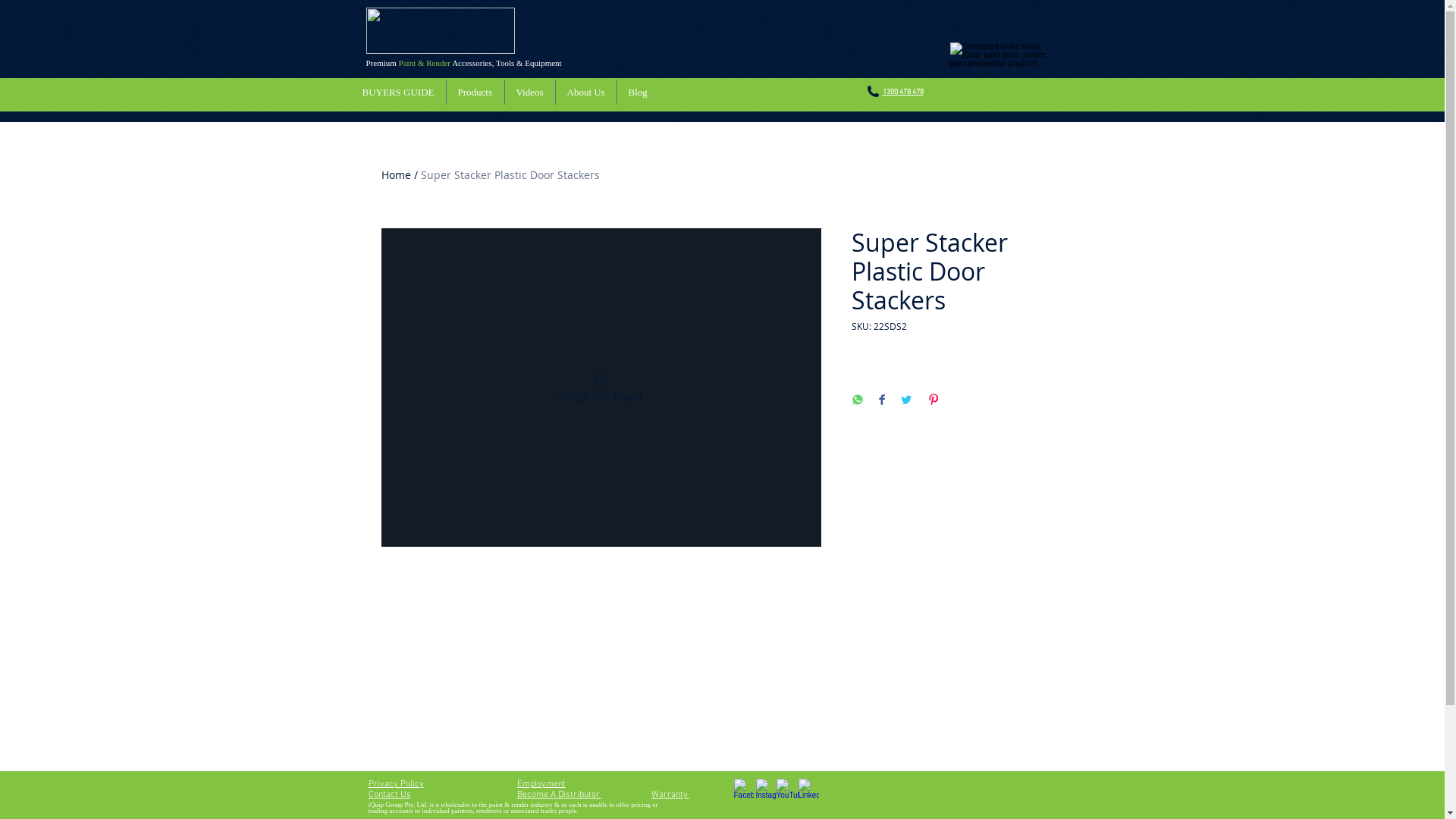 The image size is (1456, 819). Describe the element at coordinates (516, 783) in the screenshot. I see `'Employment'` at that location.